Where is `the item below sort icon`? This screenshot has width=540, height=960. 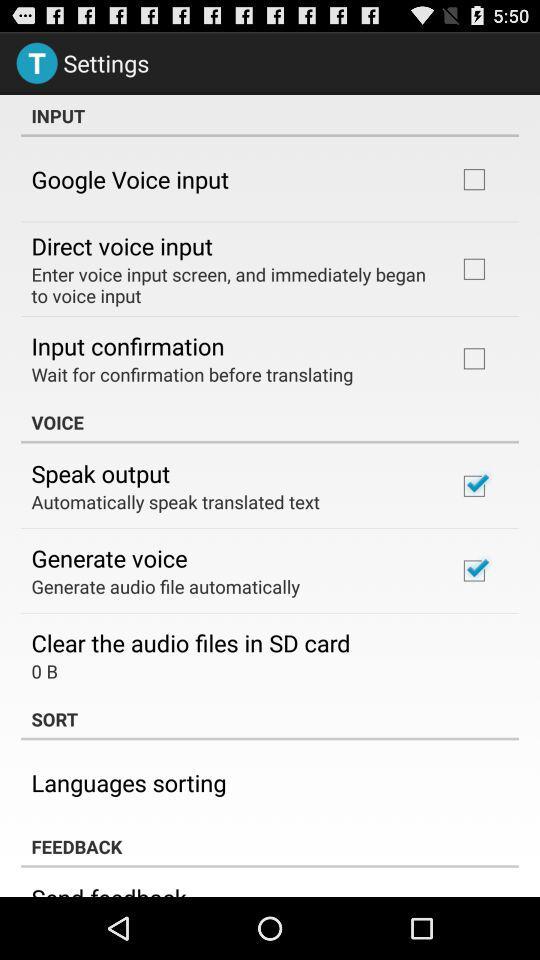 the item below sort icon is located at coordinates (129, 782).